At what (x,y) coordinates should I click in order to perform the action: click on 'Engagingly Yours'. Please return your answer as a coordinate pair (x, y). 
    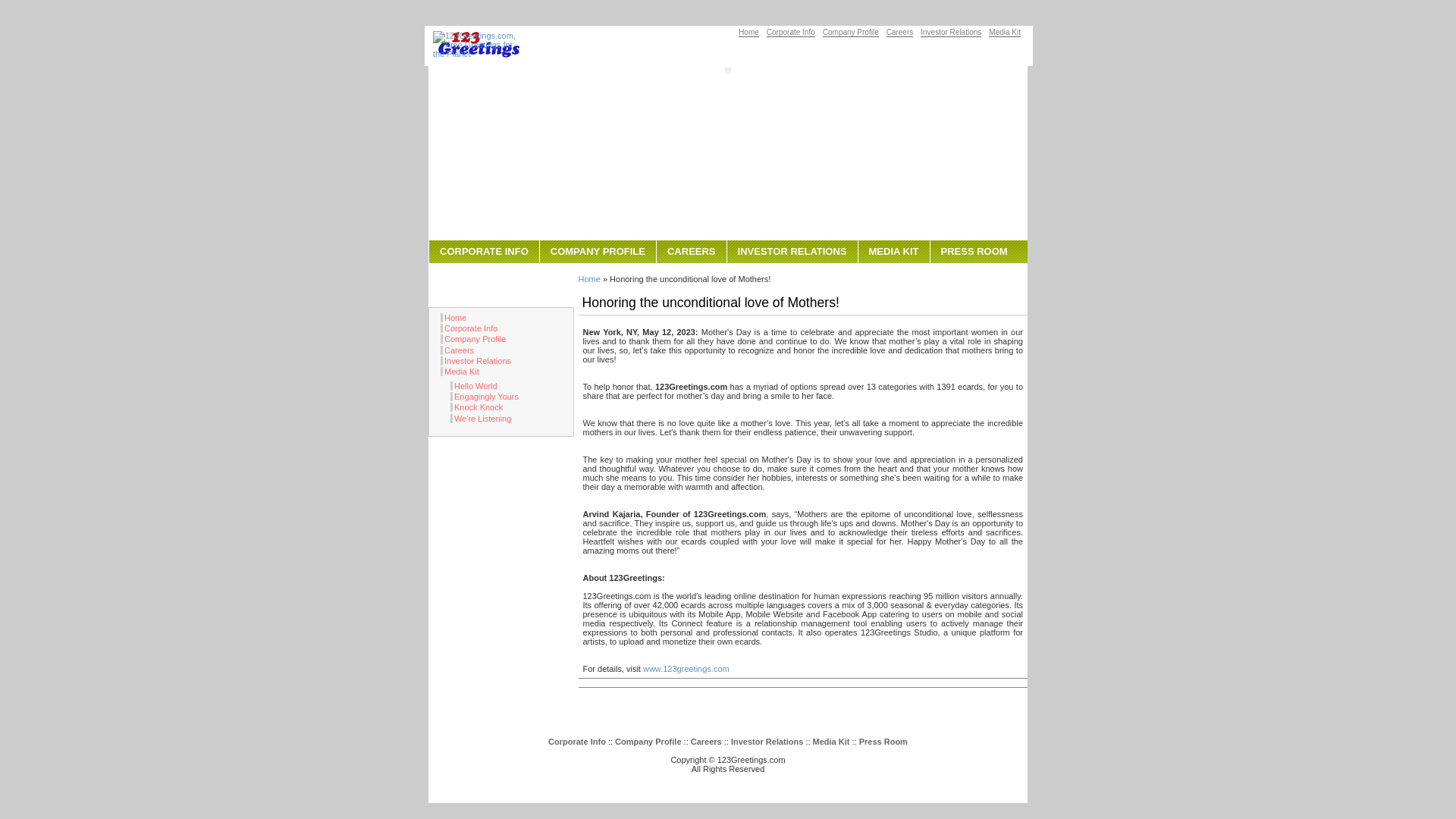
    Looking at the image, I should click on (483, 396).